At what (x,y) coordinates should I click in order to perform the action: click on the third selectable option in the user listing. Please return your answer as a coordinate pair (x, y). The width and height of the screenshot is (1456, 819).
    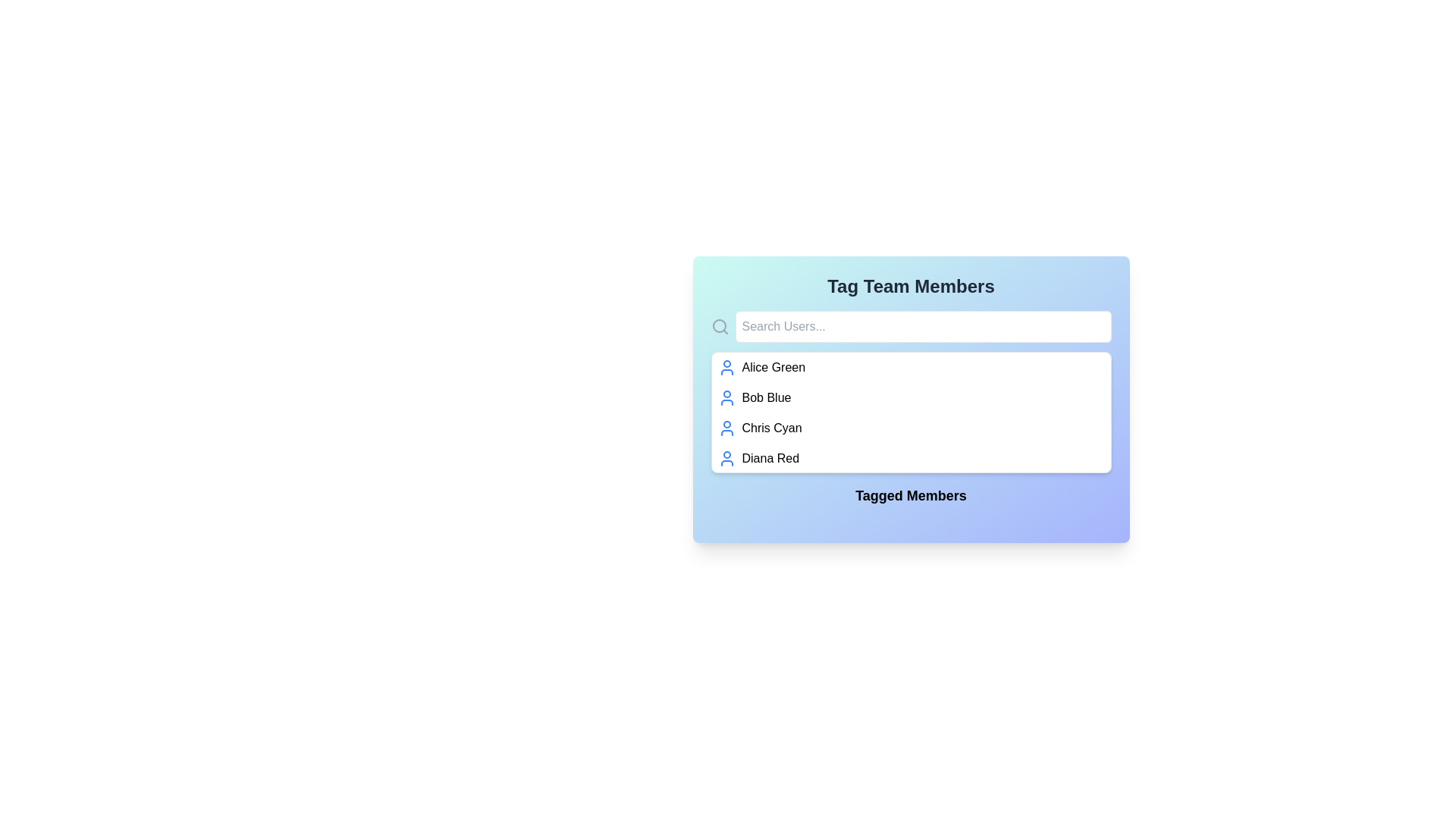
    Looking at the image, I should click on (910, 428).